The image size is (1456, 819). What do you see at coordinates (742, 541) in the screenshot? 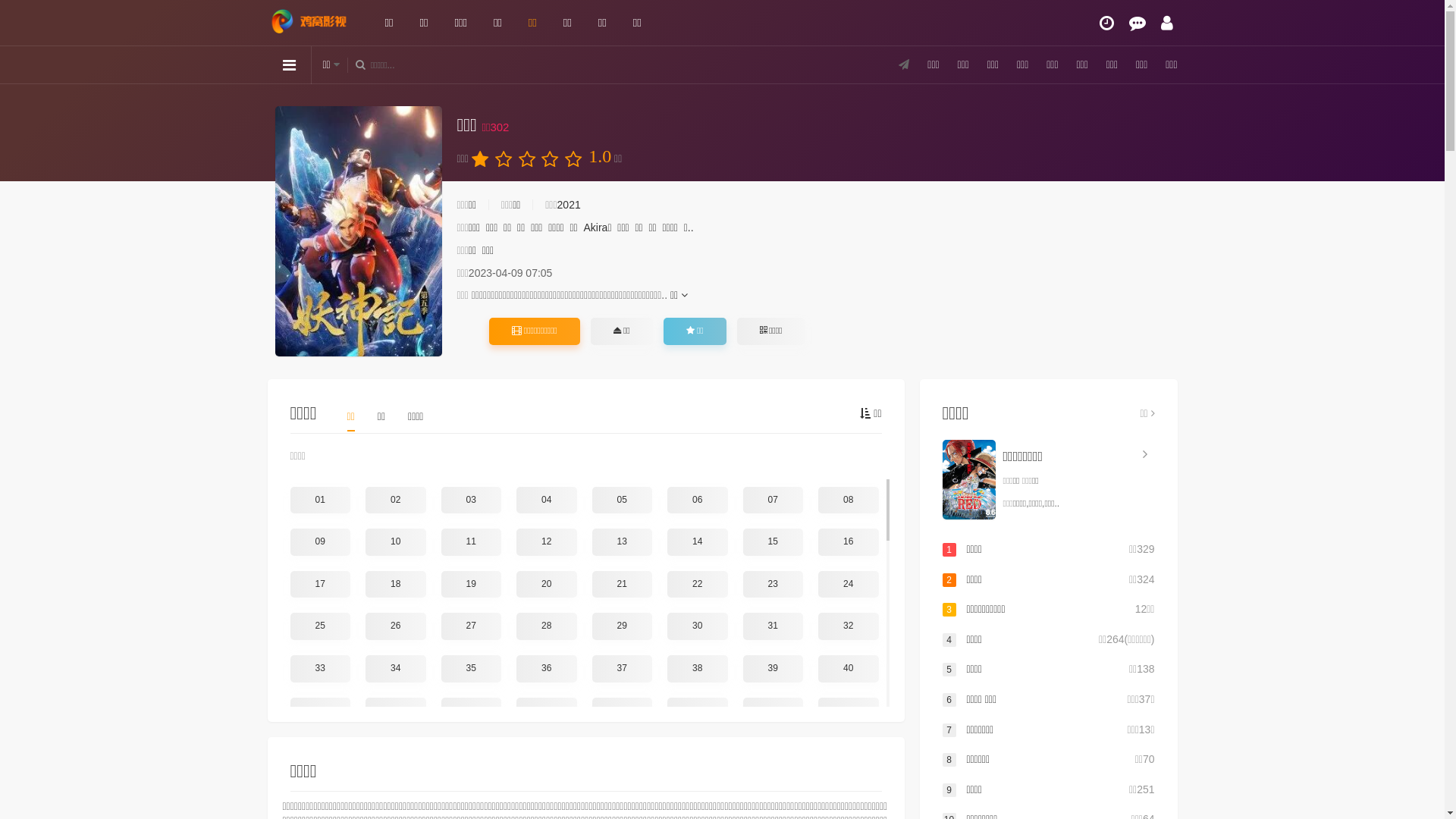
I see `'15'` at bounding box center [742, 541].